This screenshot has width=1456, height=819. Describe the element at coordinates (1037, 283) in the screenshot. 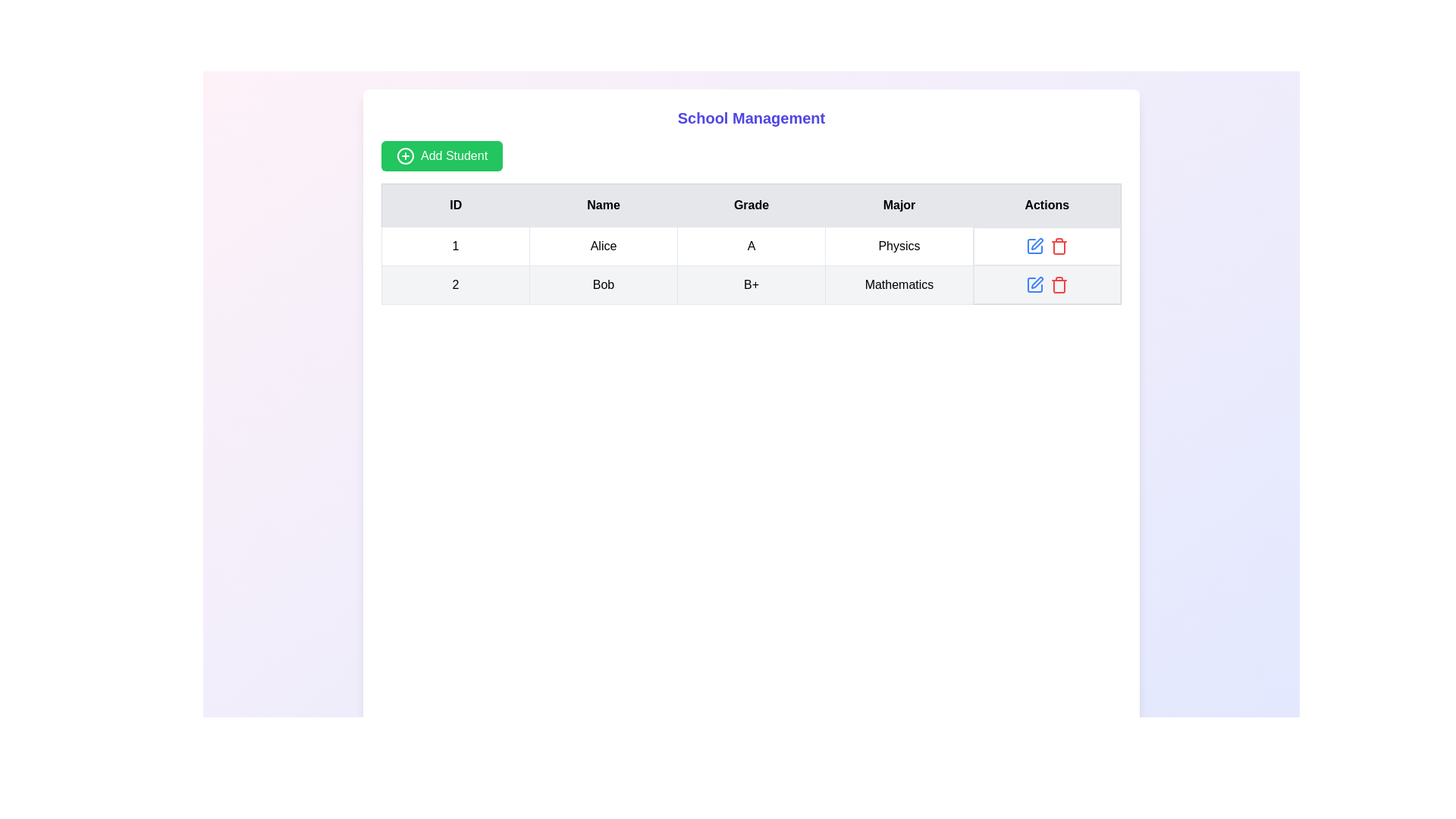

I see `the Edit icon button, which is a small SVG icon resembling a pen, located in the 'Actions' column of the second row associated with 'Bob', 'Mathematics'` at that location.